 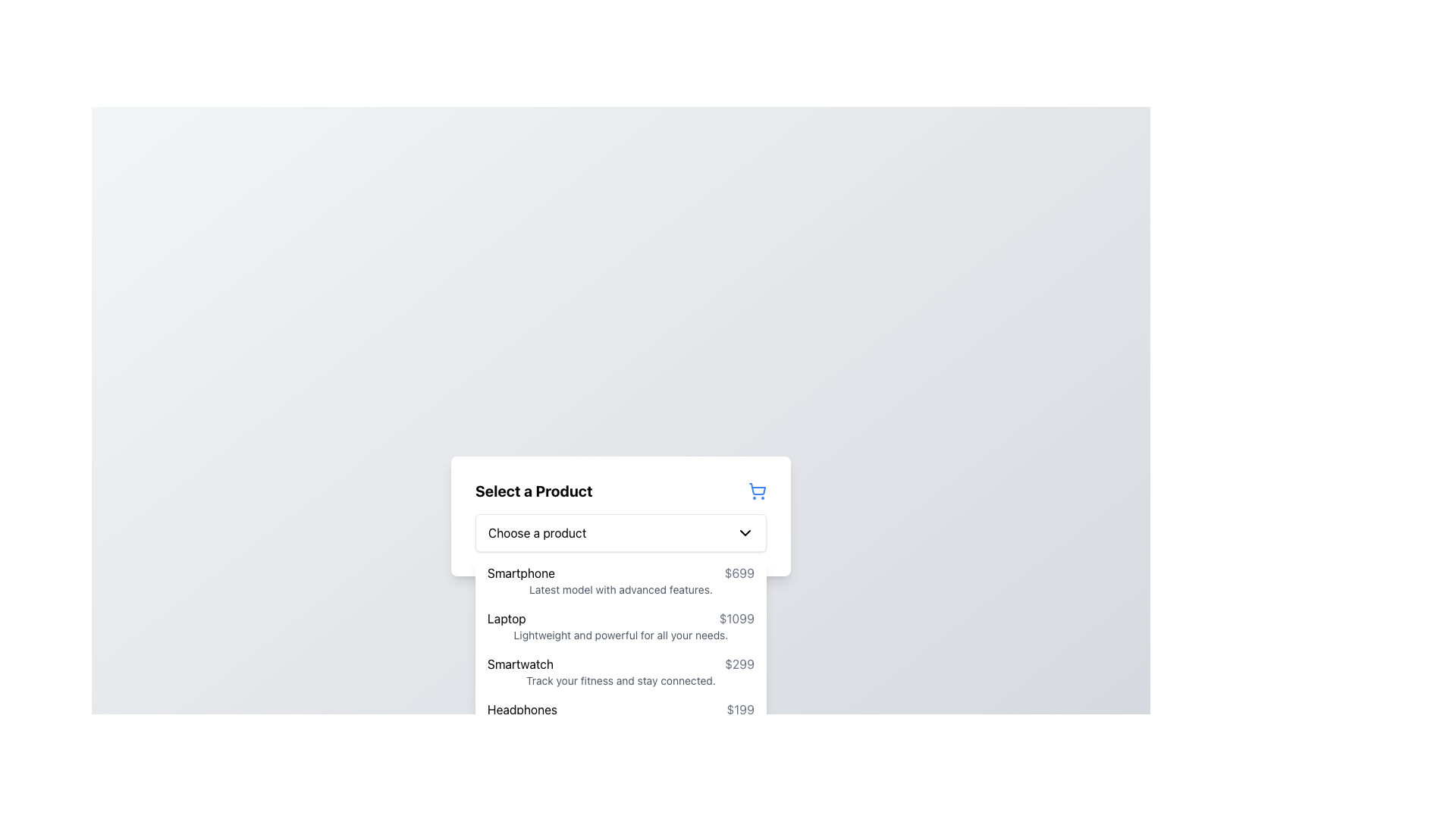 What do you see at coordinates (507, 619) in the screenshot?
I see `the 'Laptop' text label in the dropdown menu under 'Select a Product', which is the second item in the list before the price '$1099'` at bounding box center [507, 619].